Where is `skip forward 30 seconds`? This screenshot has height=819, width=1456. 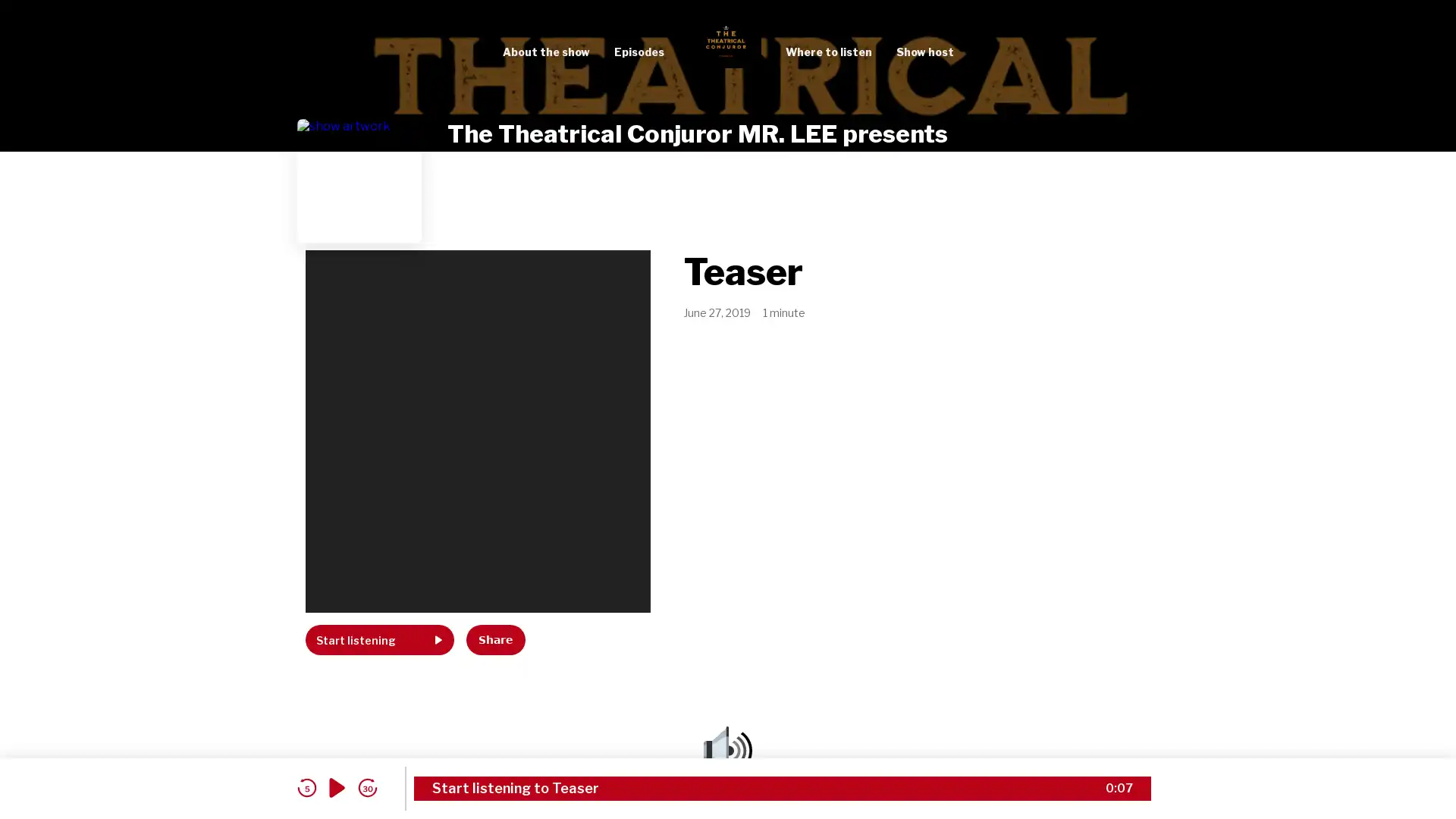 skip forward 30 seconds is located at coordinates (367, 787).